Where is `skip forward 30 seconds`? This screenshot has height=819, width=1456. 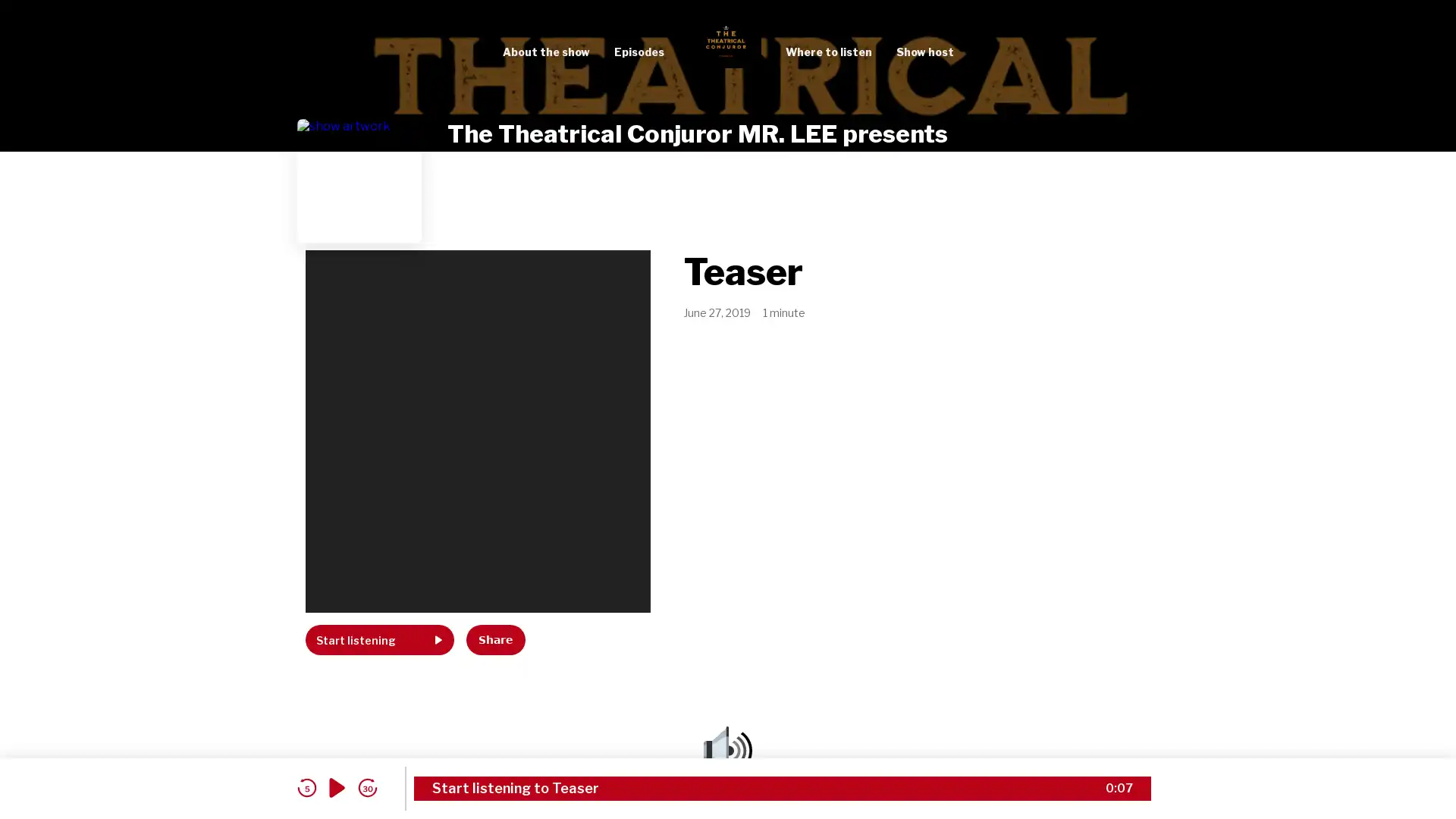 skip forward 30 seconds is located at coordinates (367, 787).